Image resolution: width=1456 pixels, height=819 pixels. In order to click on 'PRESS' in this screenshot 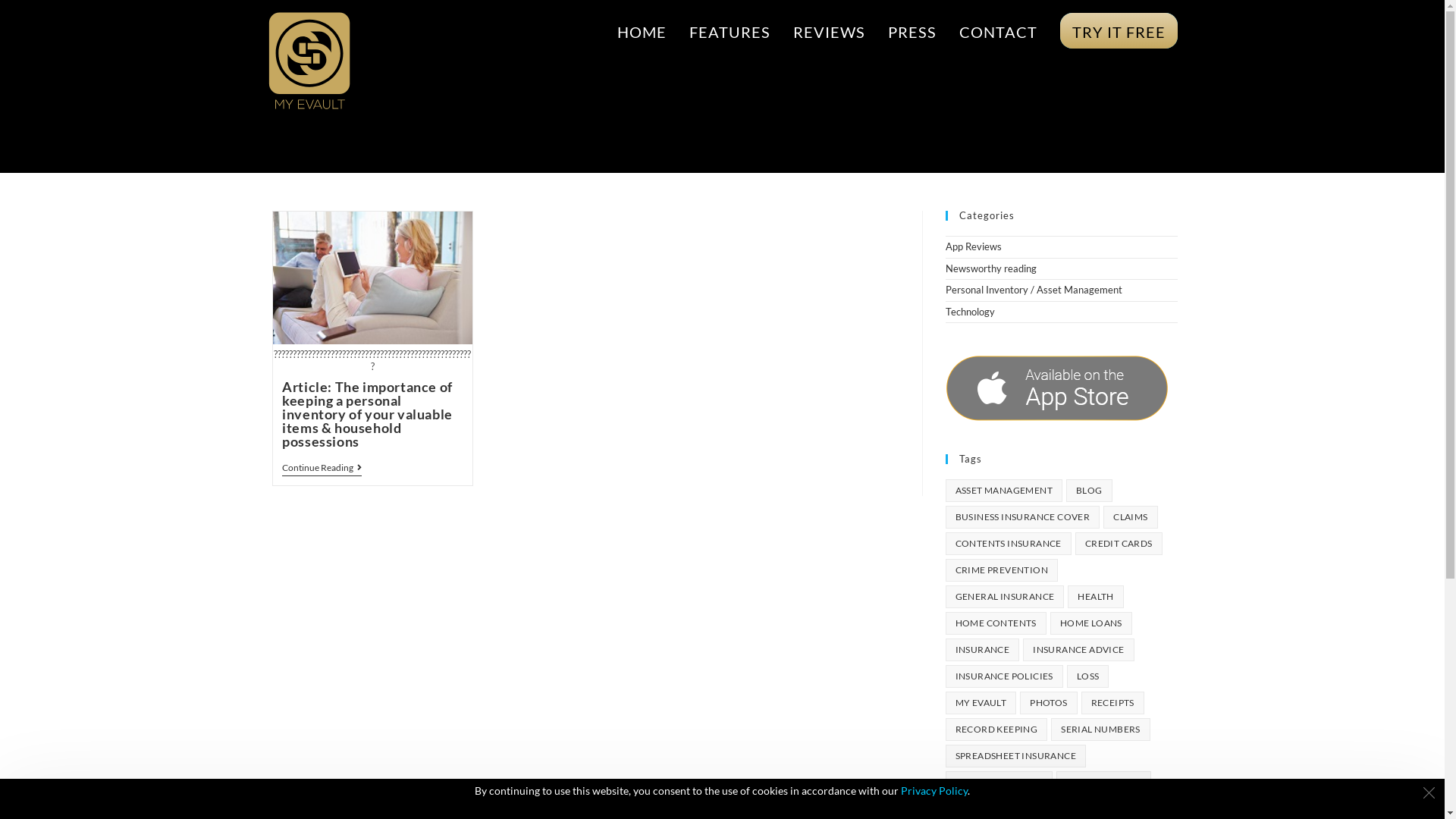, I will do `click(912, 32)`.